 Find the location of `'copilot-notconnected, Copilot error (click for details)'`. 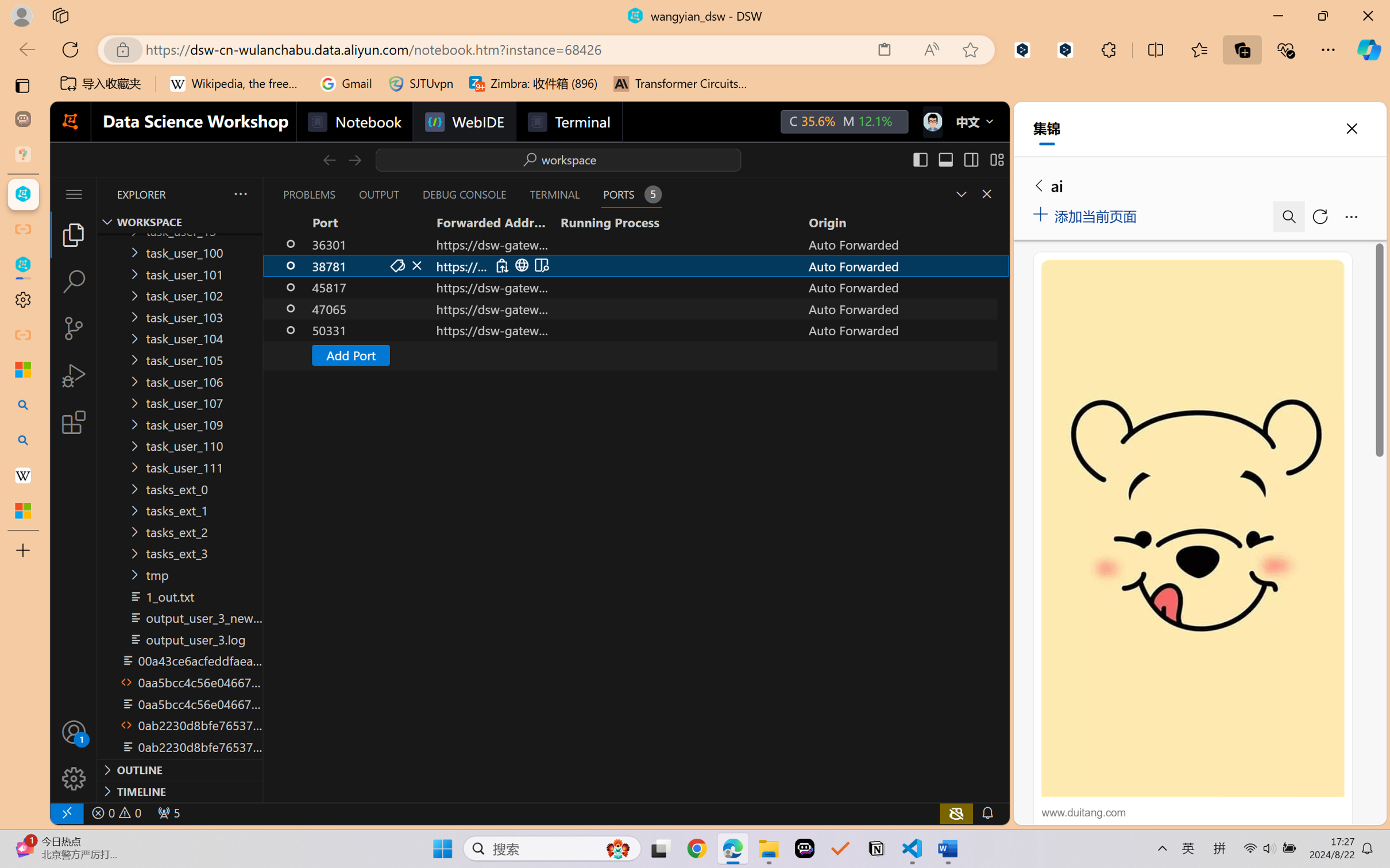

'copilot-notconnected, Copilot error (click for details)' is located at coordinates (956, 812).